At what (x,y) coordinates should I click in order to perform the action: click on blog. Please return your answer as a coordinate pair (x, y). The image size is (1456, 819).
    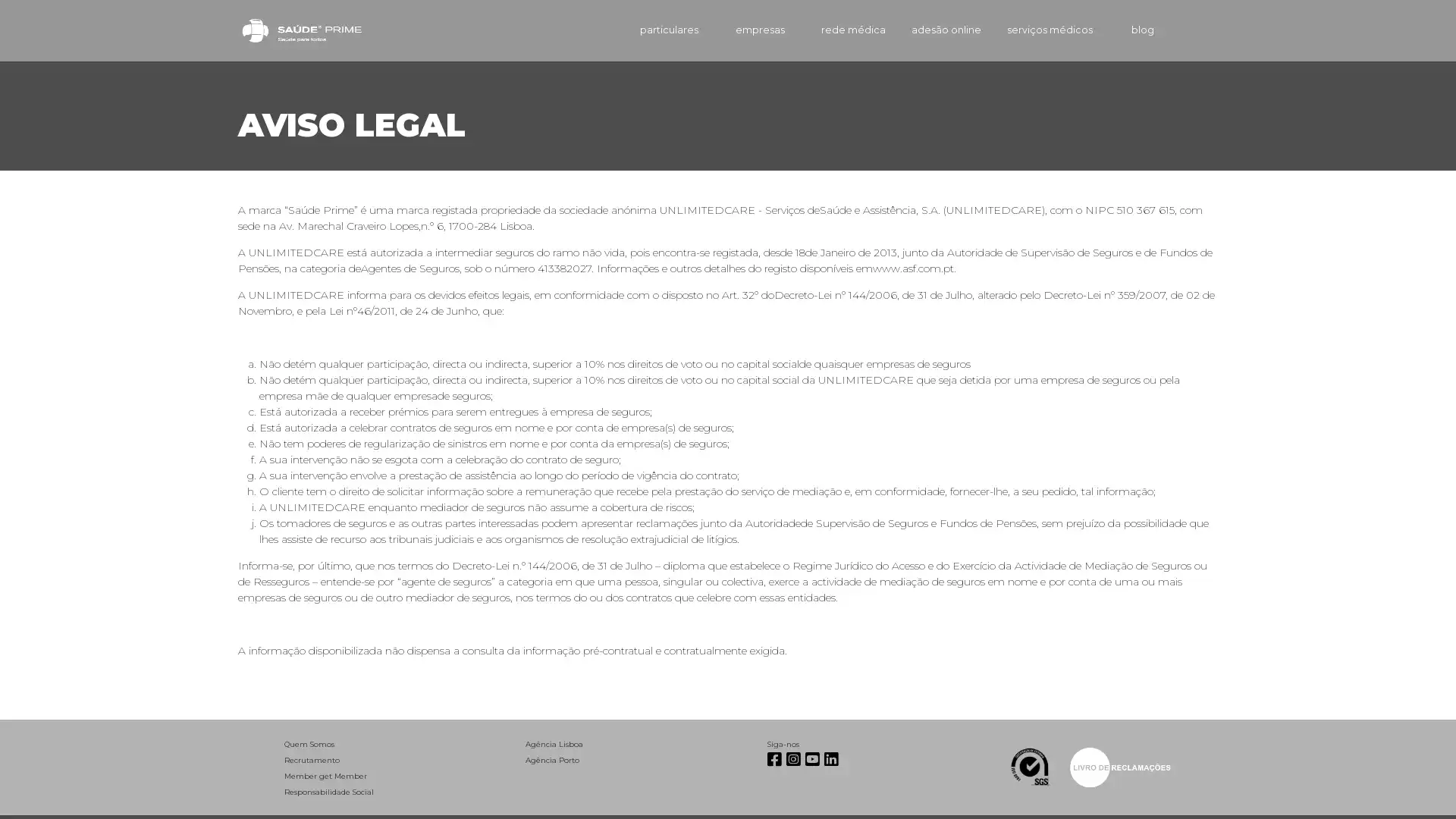
    Looking at the image, I should click on (1129, 30).